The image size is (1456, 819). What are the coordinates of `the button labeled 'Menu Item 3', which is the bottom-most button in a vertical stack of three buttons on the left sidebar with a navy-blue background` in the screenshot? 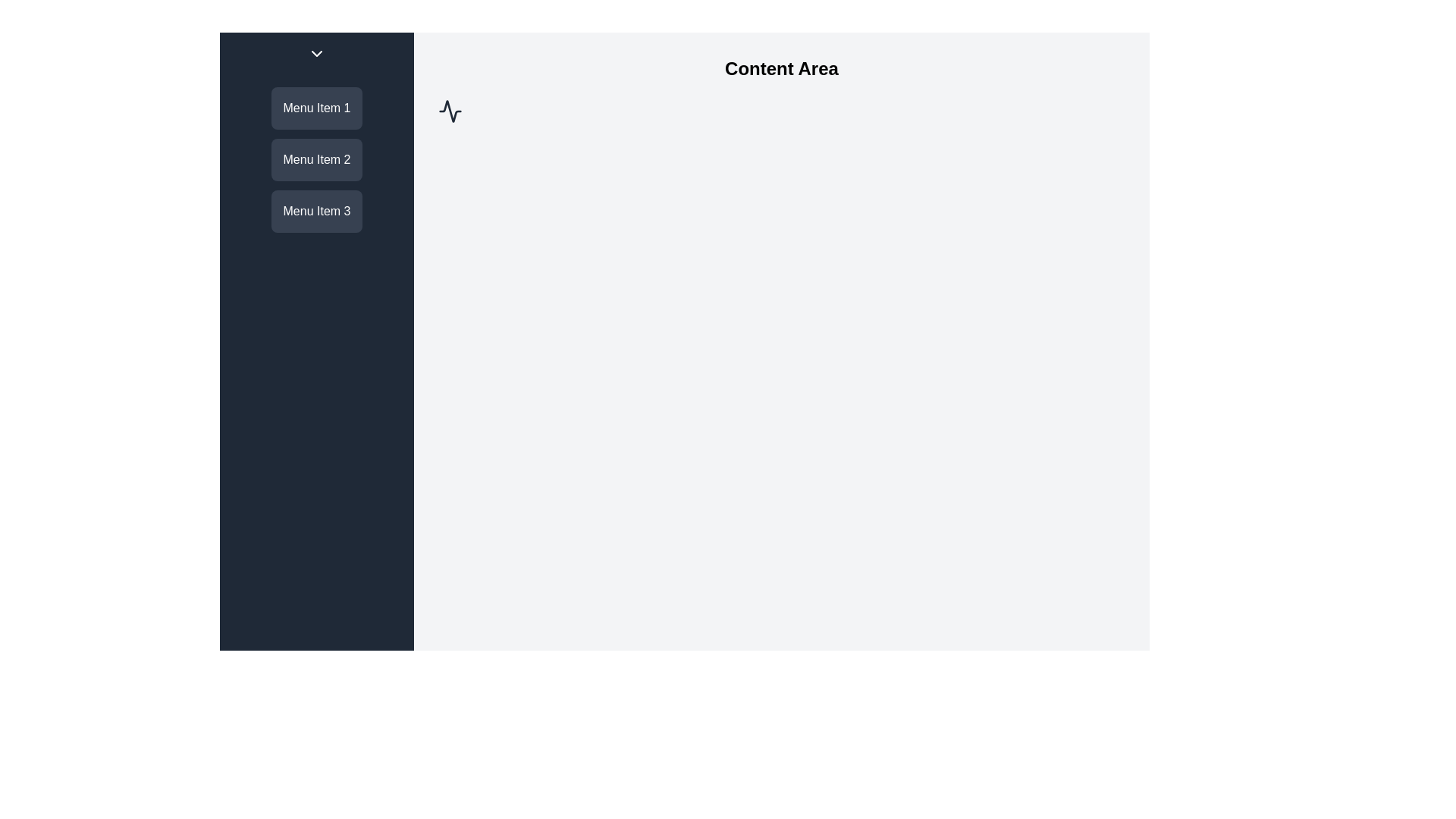 It's located at (315, 211).